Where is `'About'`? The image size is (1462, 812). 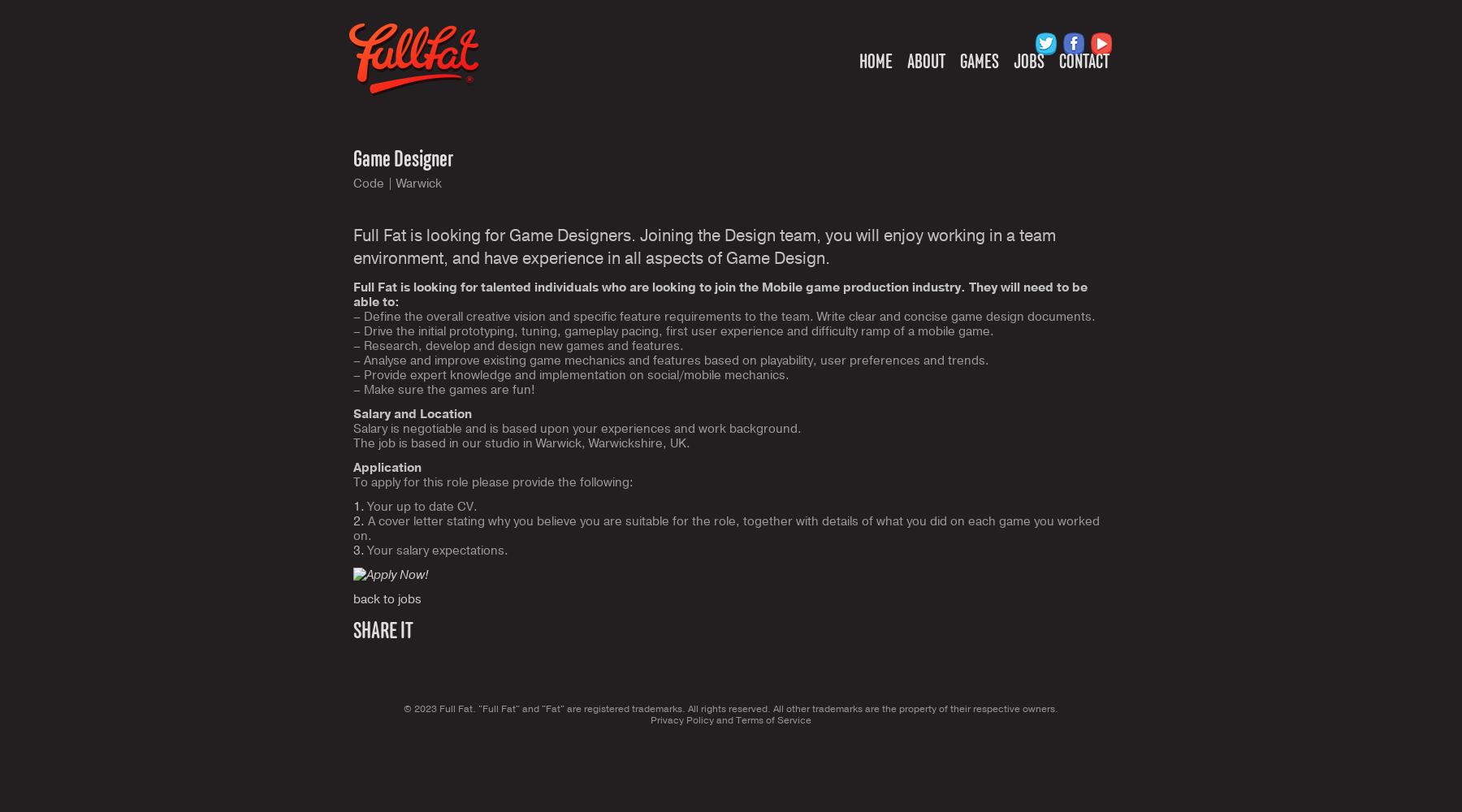
'About' is located at coordinates (925, 61).